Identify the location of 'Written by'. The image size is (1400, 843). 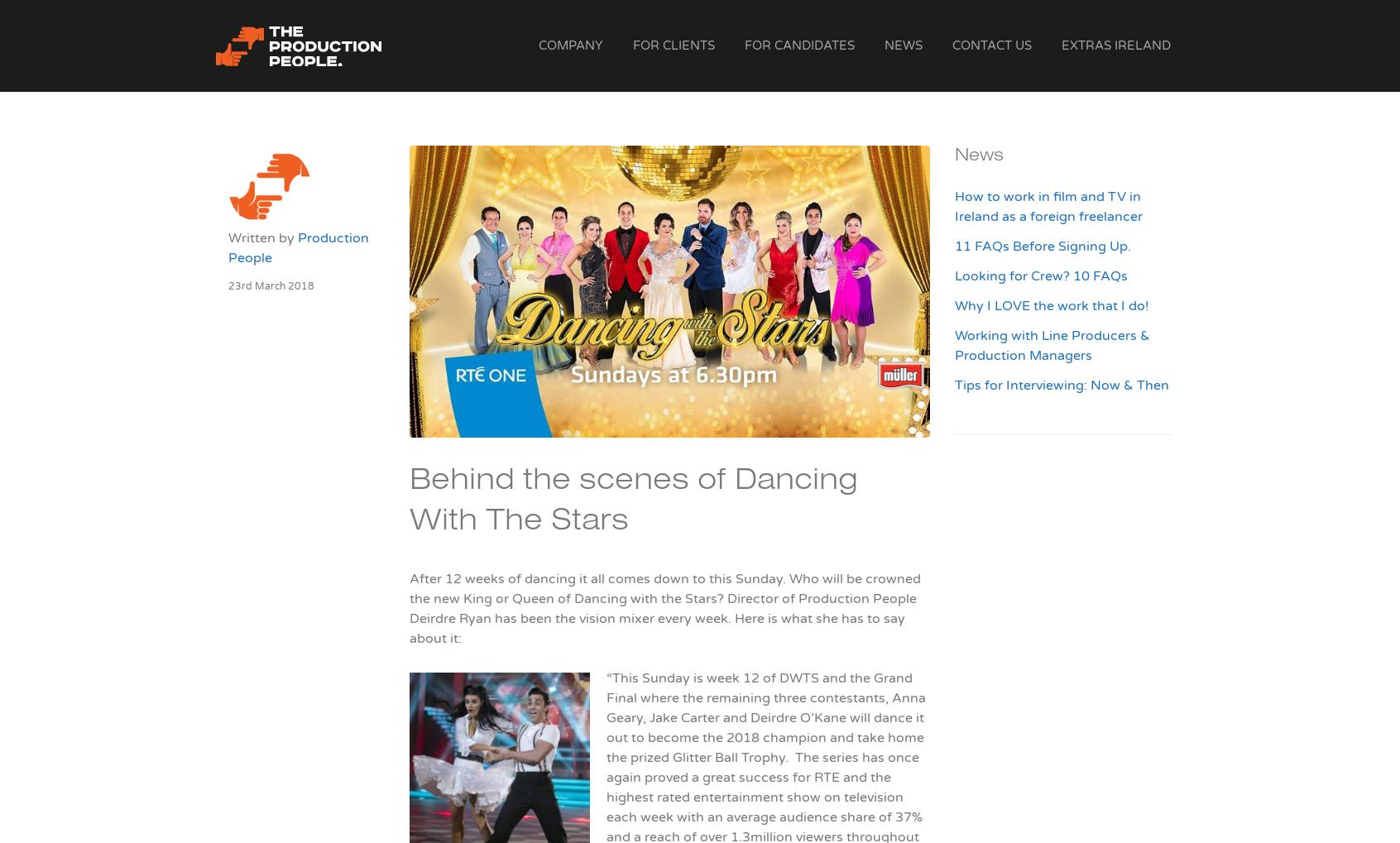
(261, 236).